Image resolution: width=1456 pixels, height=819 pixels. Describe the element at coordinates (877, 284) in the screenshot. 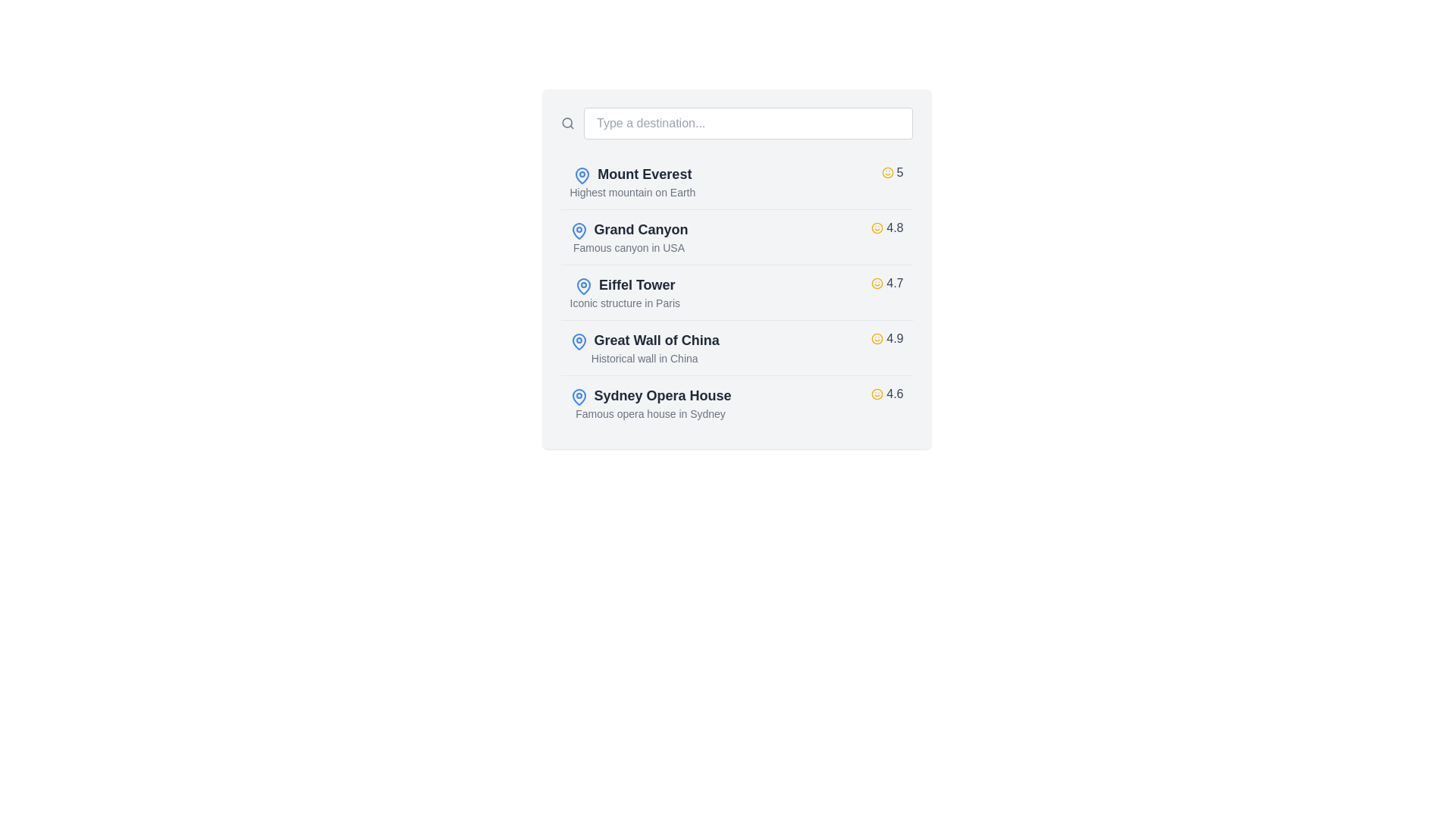

I see `the smiley icon representing a happy face, which is located to the left of the rating '4.7' for the 'Eiffel Tower' entry` at that location.